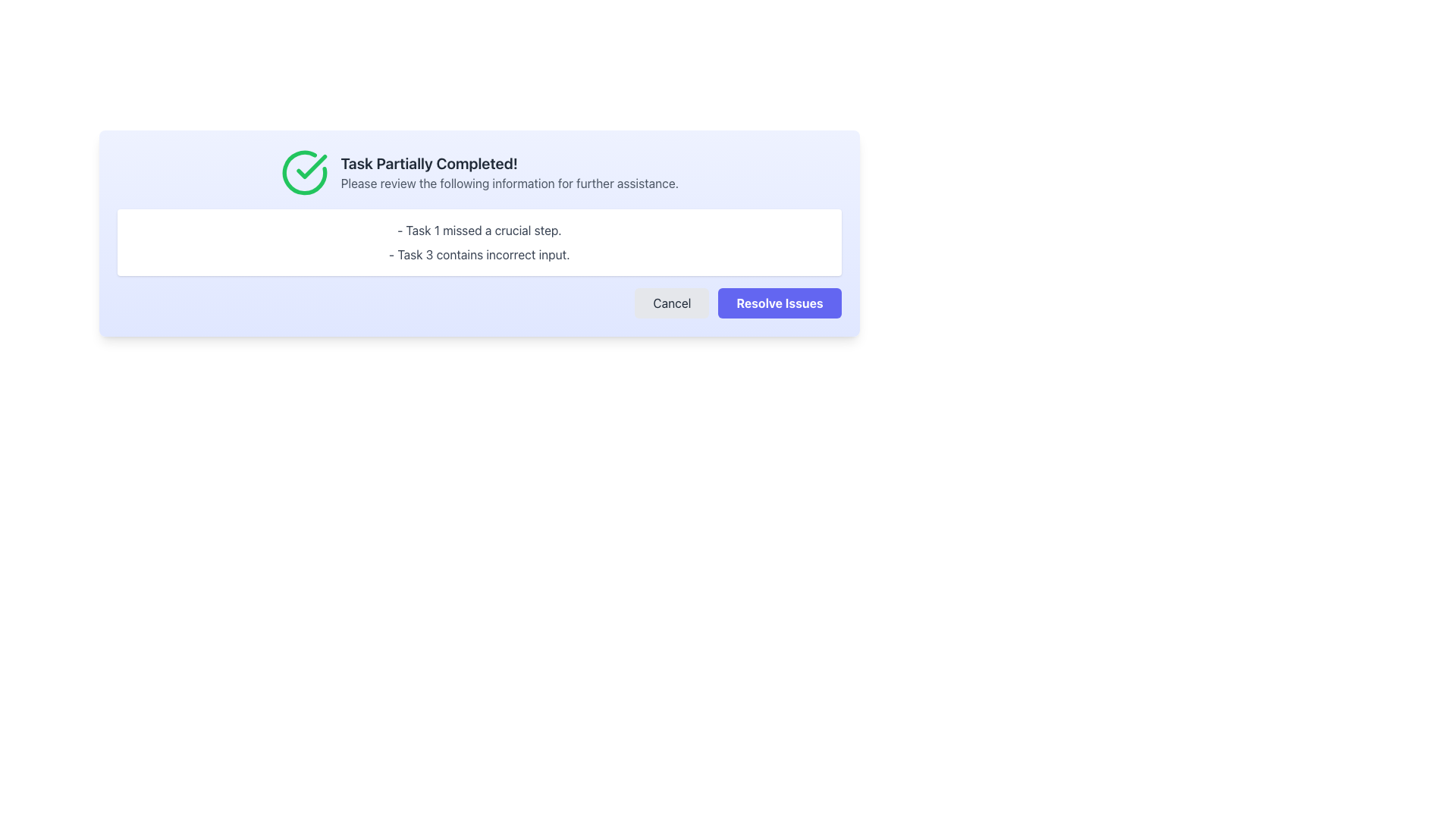 This screenshot has height=819, width=1456. Describe the element at coordinates (510, 164) in the screenshot. I see `text segment that states 'Task Partially Completed!', which is bold and dark gray in color, located near the top left of the dialog box, just to the right of a green check icon` at that location.